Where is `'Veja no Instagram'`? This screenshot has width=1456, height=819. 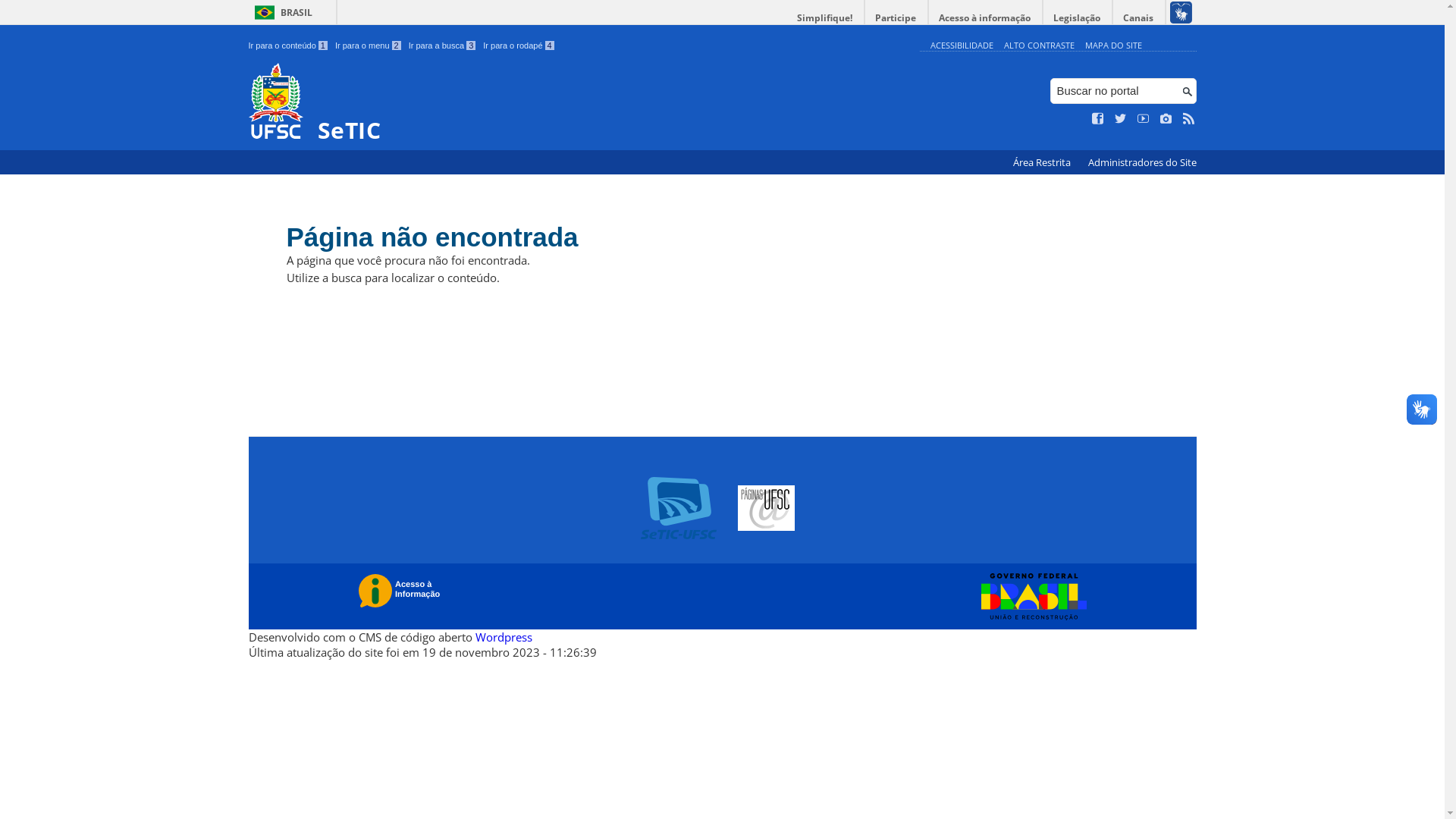 'Veja no Instagram' is located at coordinates (1165, 118).